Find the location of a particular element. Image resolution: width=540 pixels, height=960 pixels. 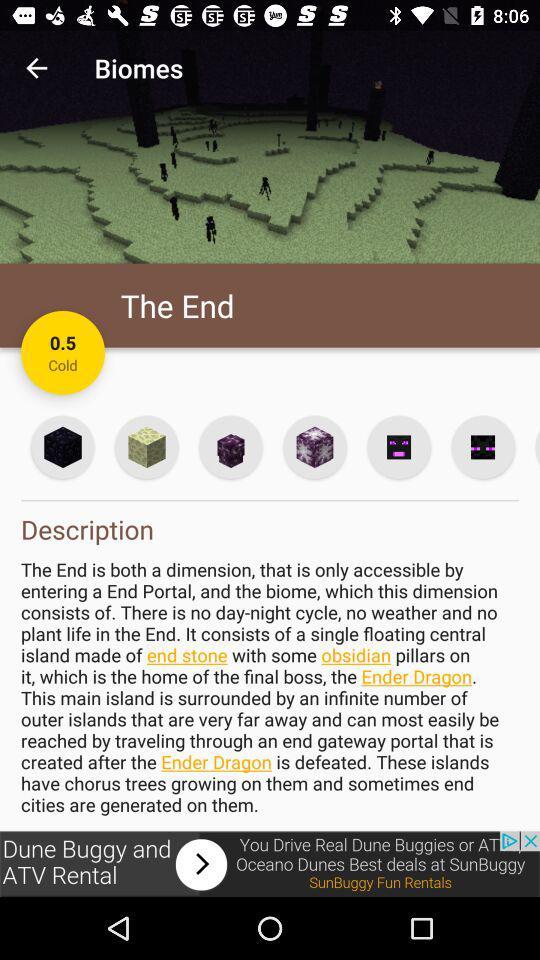

gift pega is located at coordinates (145, 447).